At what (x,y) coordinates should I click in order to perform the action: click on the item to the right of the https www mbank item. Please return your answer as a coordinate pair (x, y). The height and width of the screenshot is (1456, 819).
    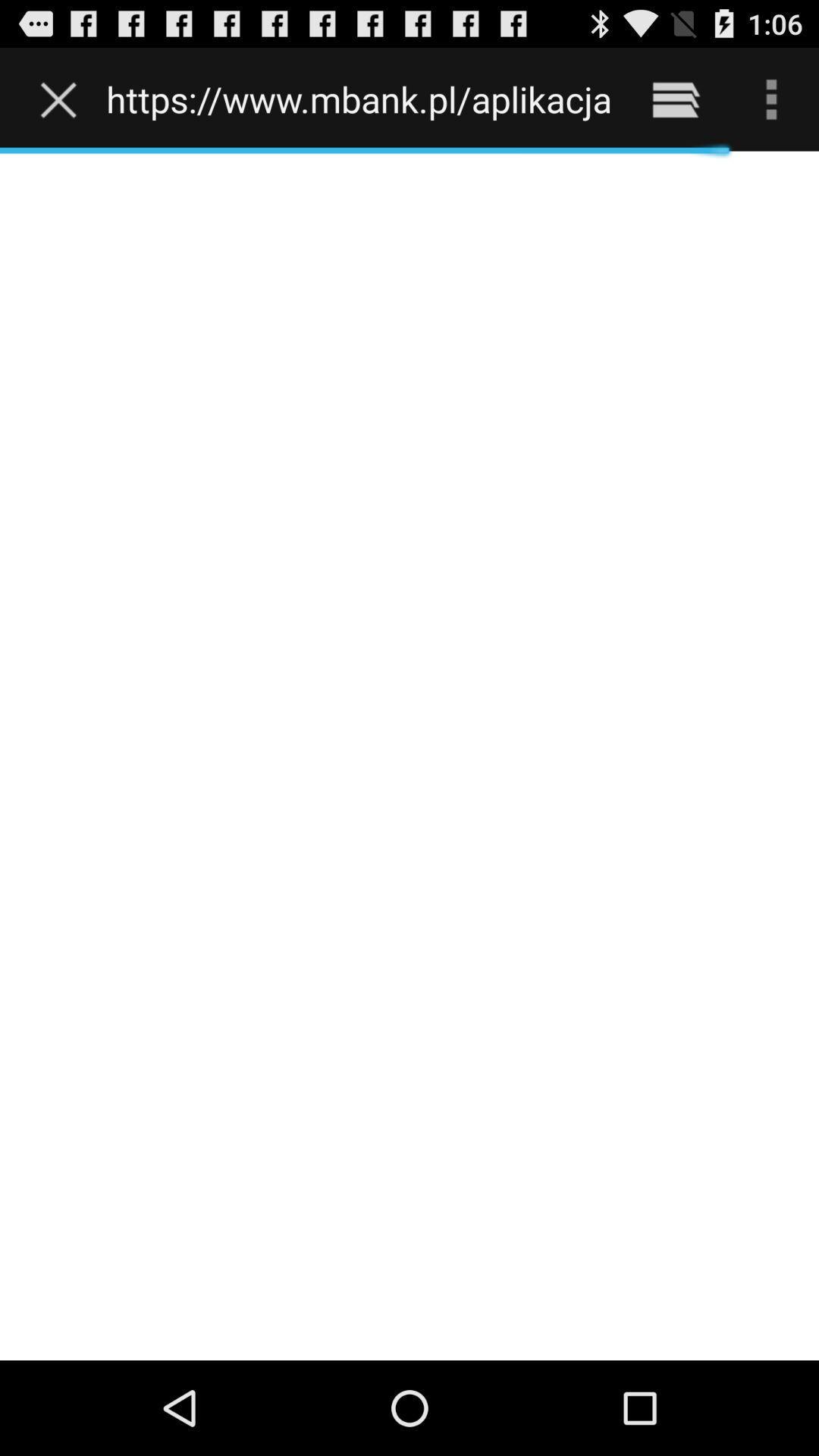
    Looking at the image, I should click on (675, 99).